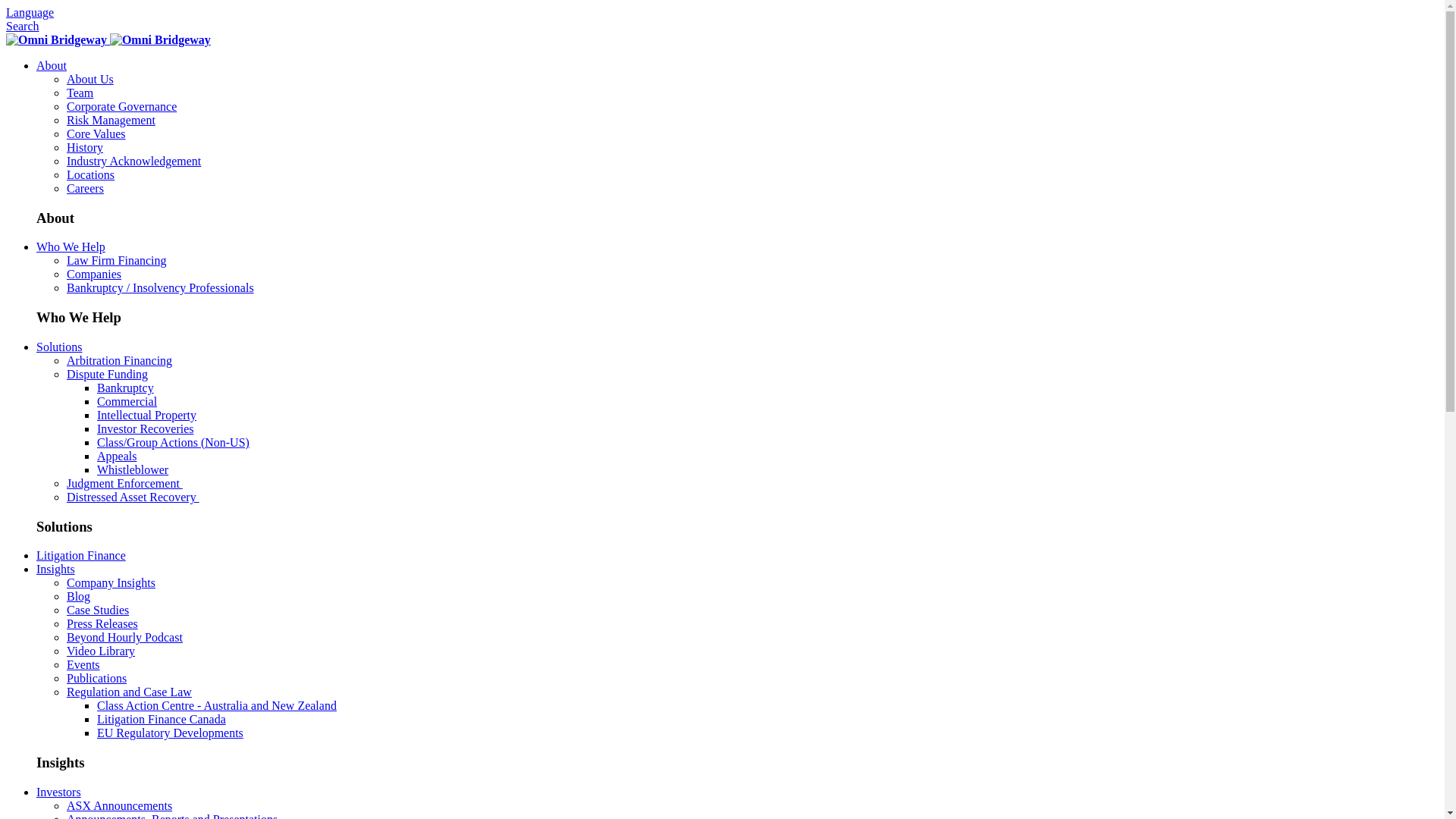 The height and width of the screenshot is (819, 1456). Describe the element at coordinates (65, 93) in the screenshot. I see `'Team'` at that location.